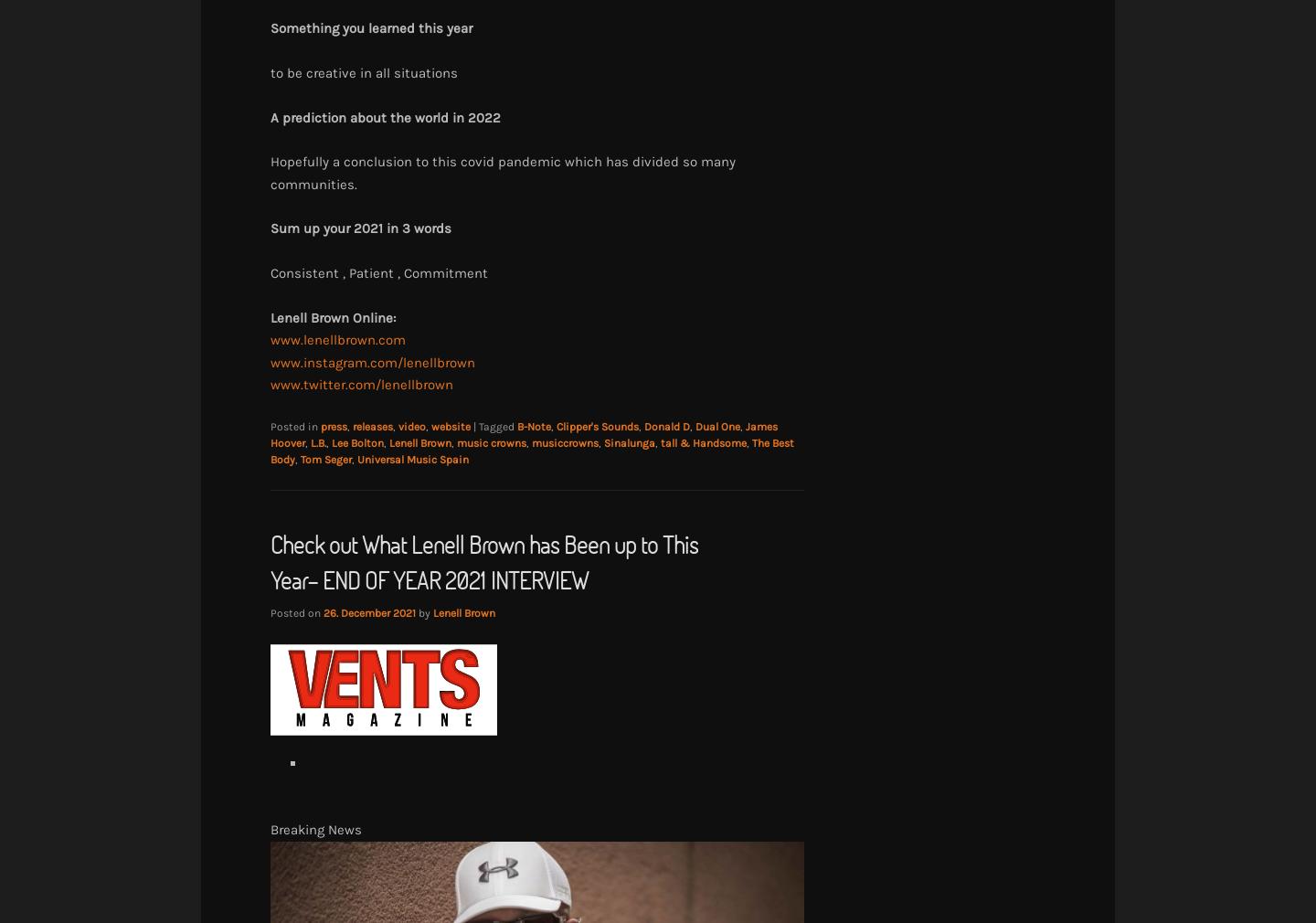 This screenshot has height=923, width=1316. Describe the element at coordinates (702, 441) in the screenshot. I see `'tall & Handsome'` at that location.